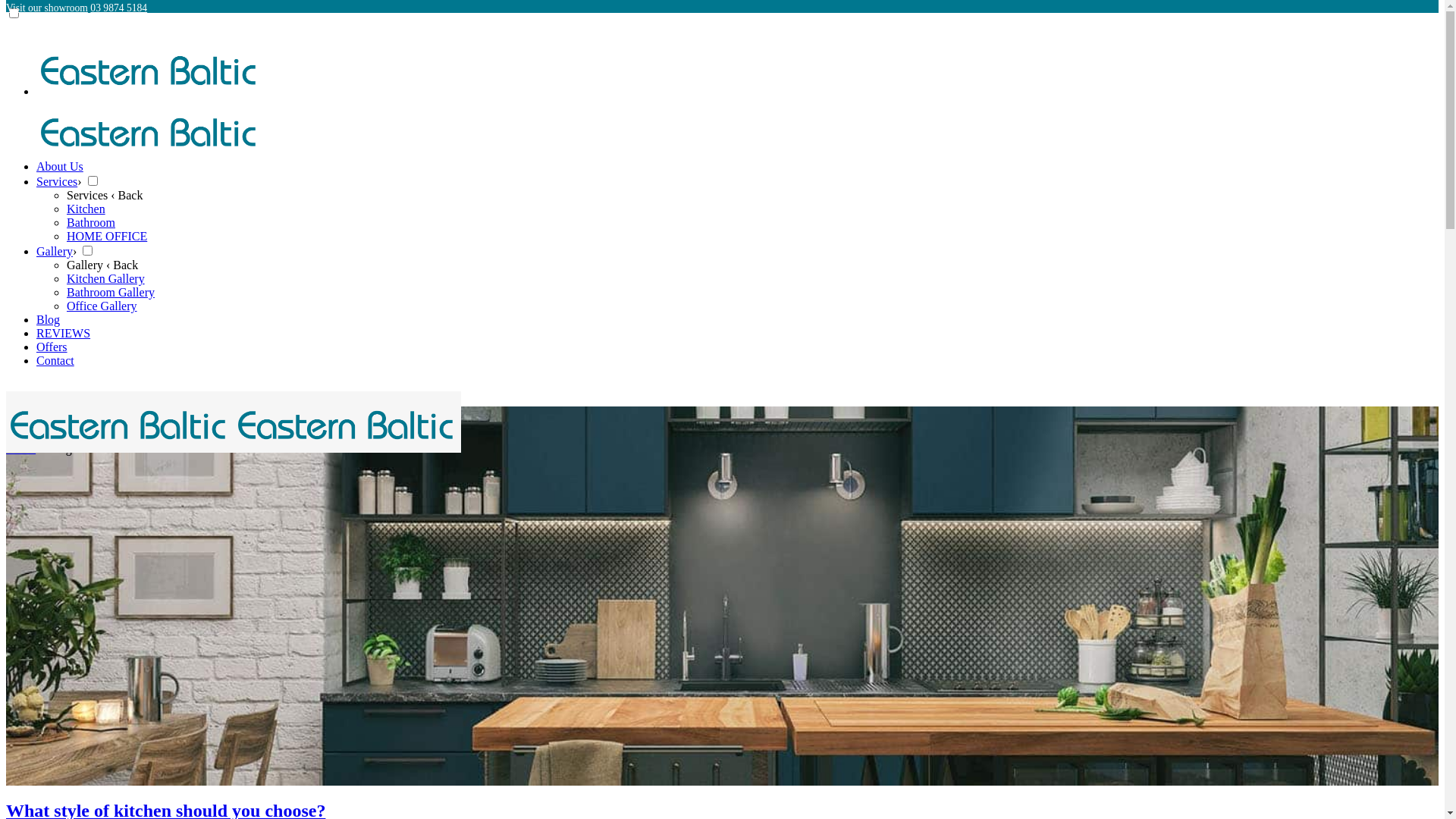  Describe the element at coordinates (47, 8) in the screenshot. I see `'Visit our showroom'` at that location.